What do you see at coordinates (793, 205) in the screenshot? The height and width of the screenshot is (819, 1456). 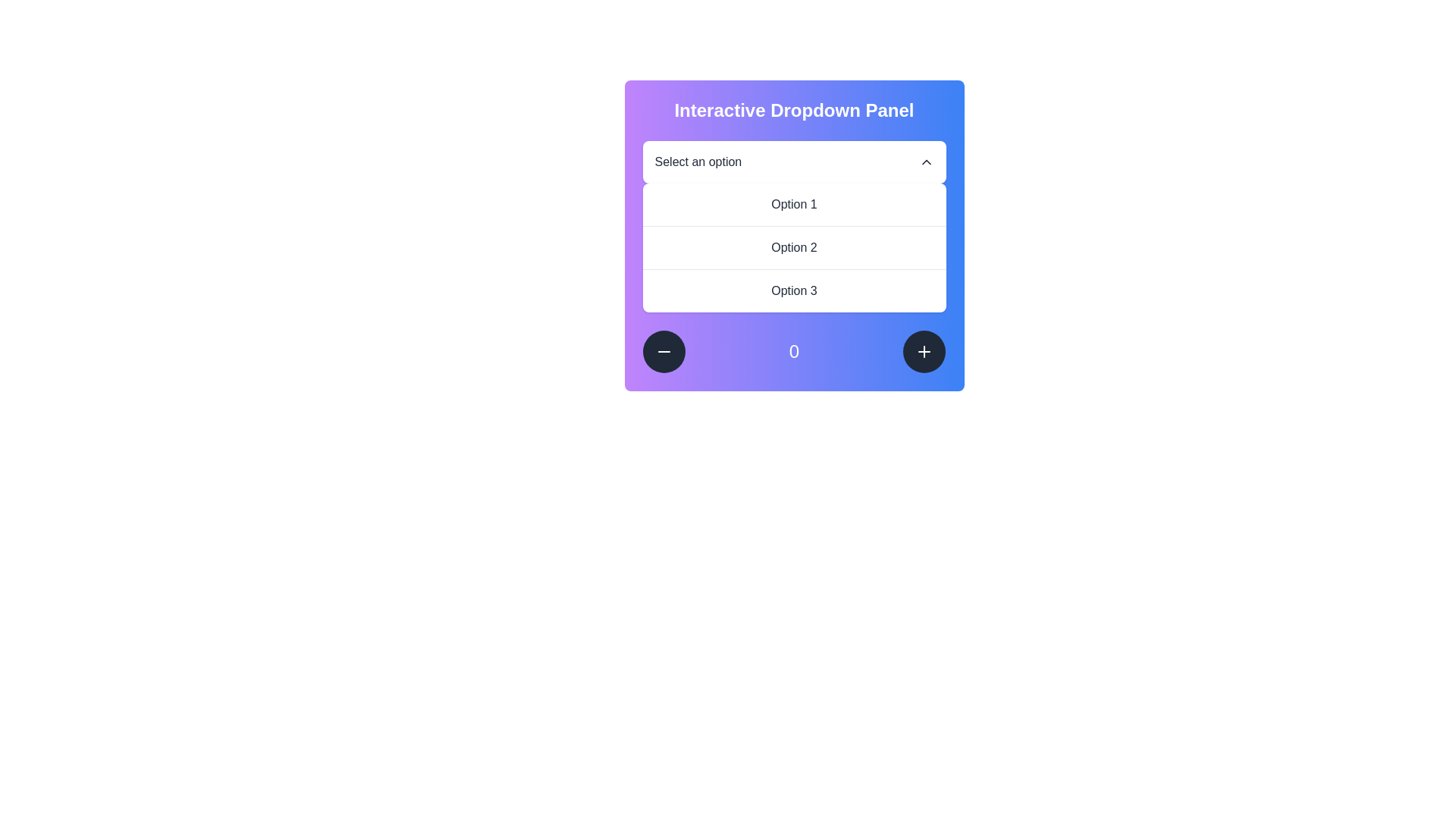 I see `the first list item labeled 'Option 1' in the dropdown panel titled 'Select an option'` at bounding box center [793, 205].